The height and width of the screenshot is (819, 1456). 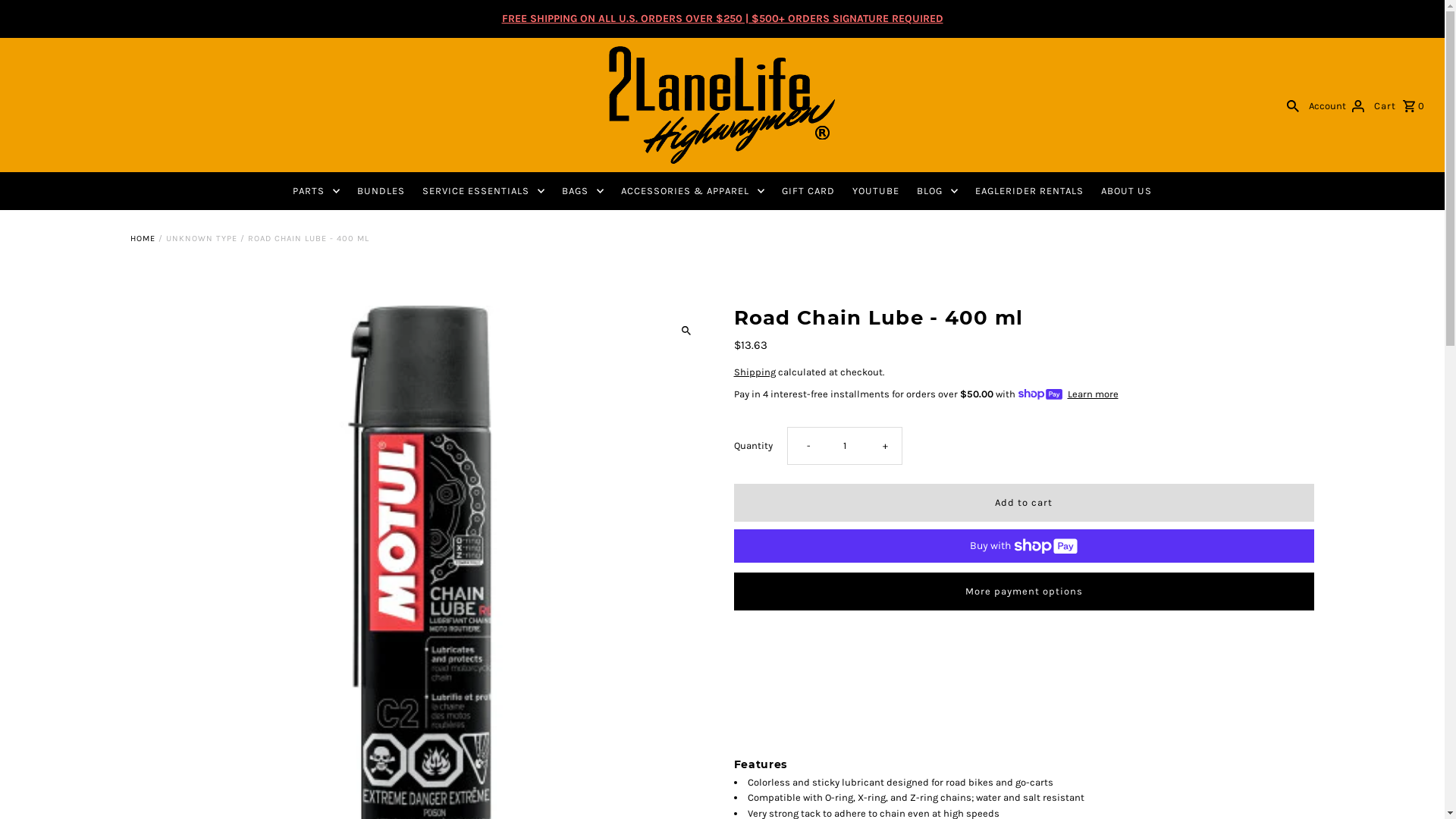 I want to click on 'YOUTUBE', so click(x=876, y=190).